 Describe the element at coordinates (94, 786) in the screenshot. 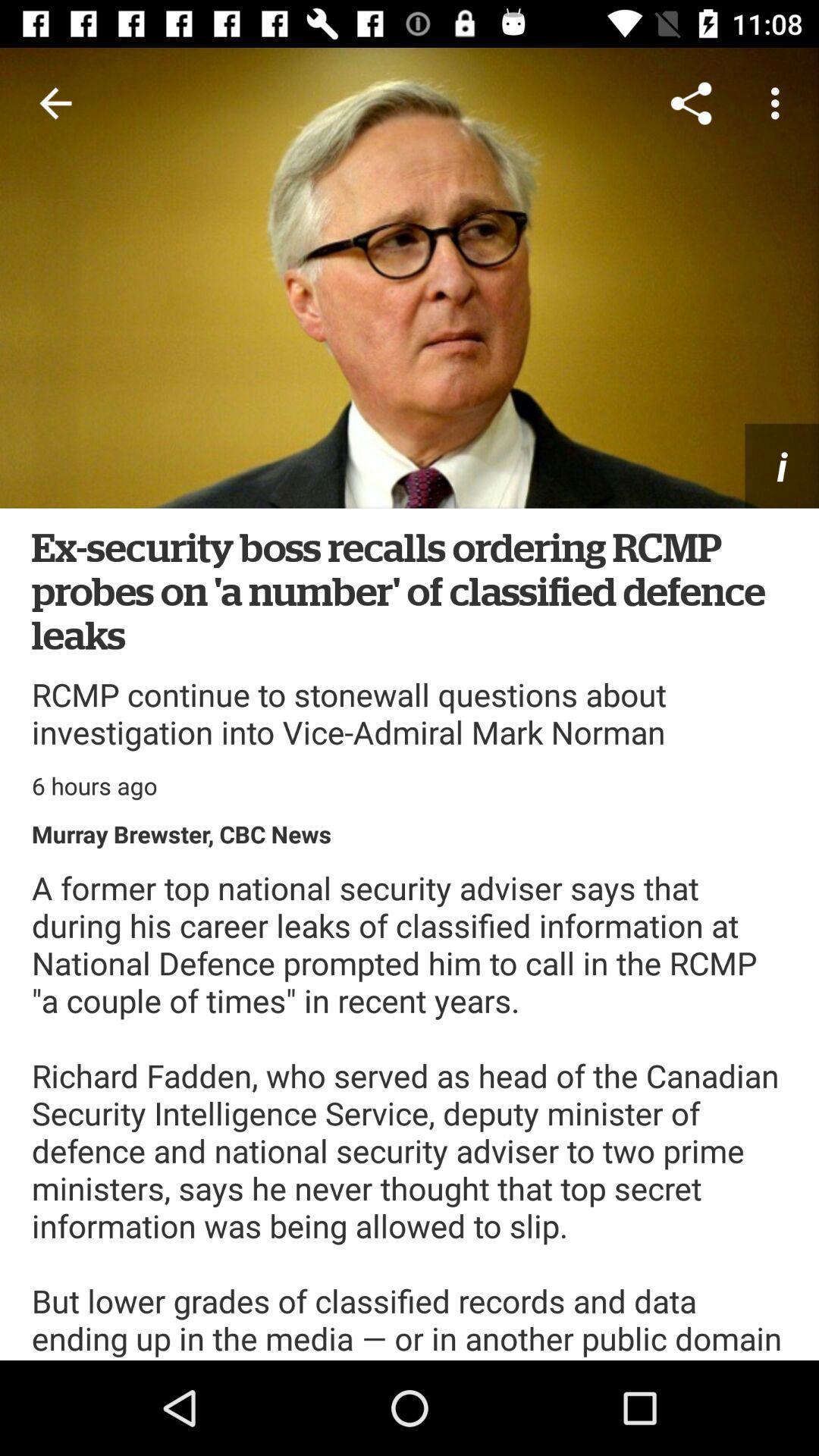

I see `the 6 hours ago` at that location.